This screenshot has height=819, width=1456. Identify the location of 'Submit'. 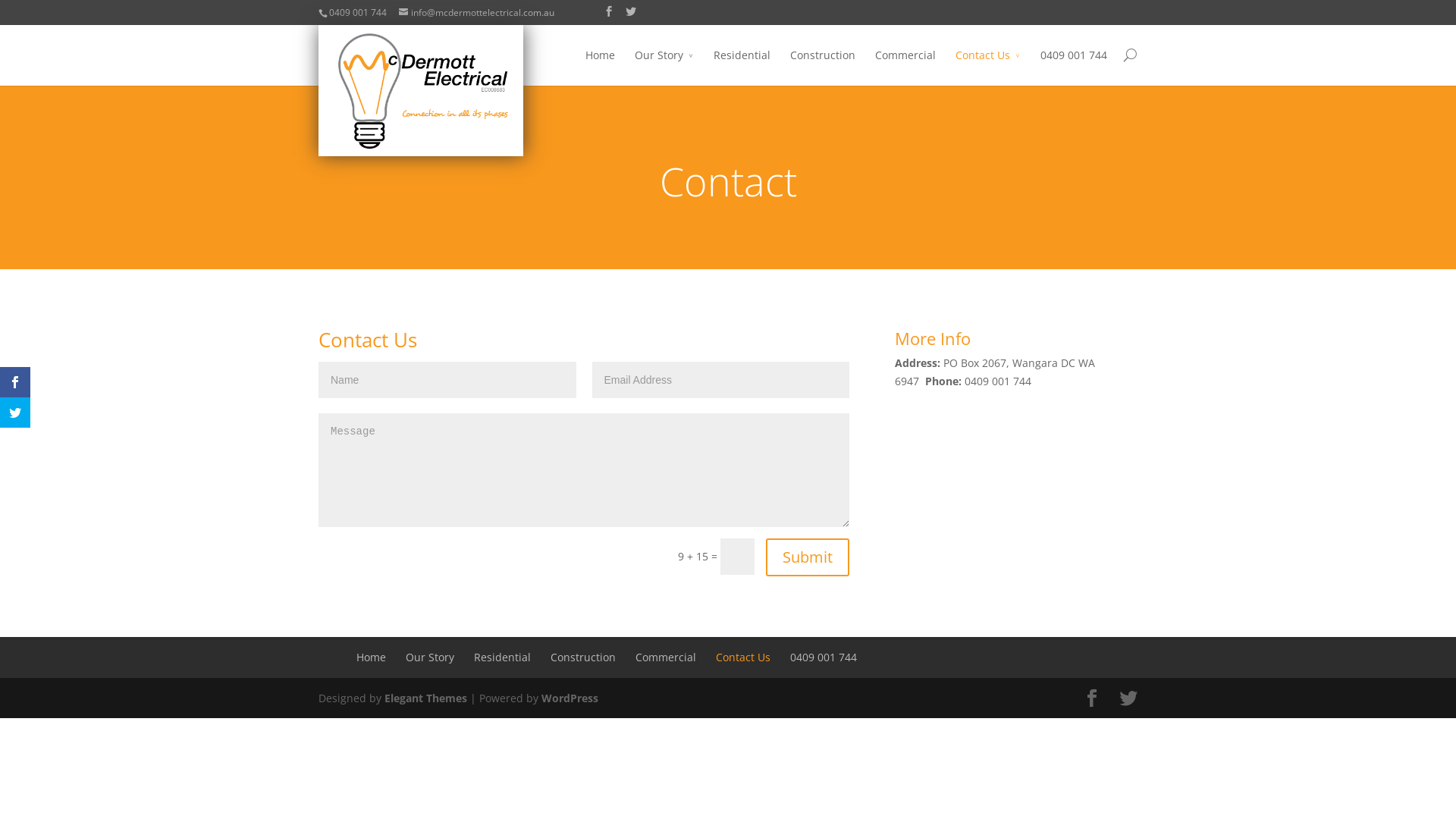
(807, 557).